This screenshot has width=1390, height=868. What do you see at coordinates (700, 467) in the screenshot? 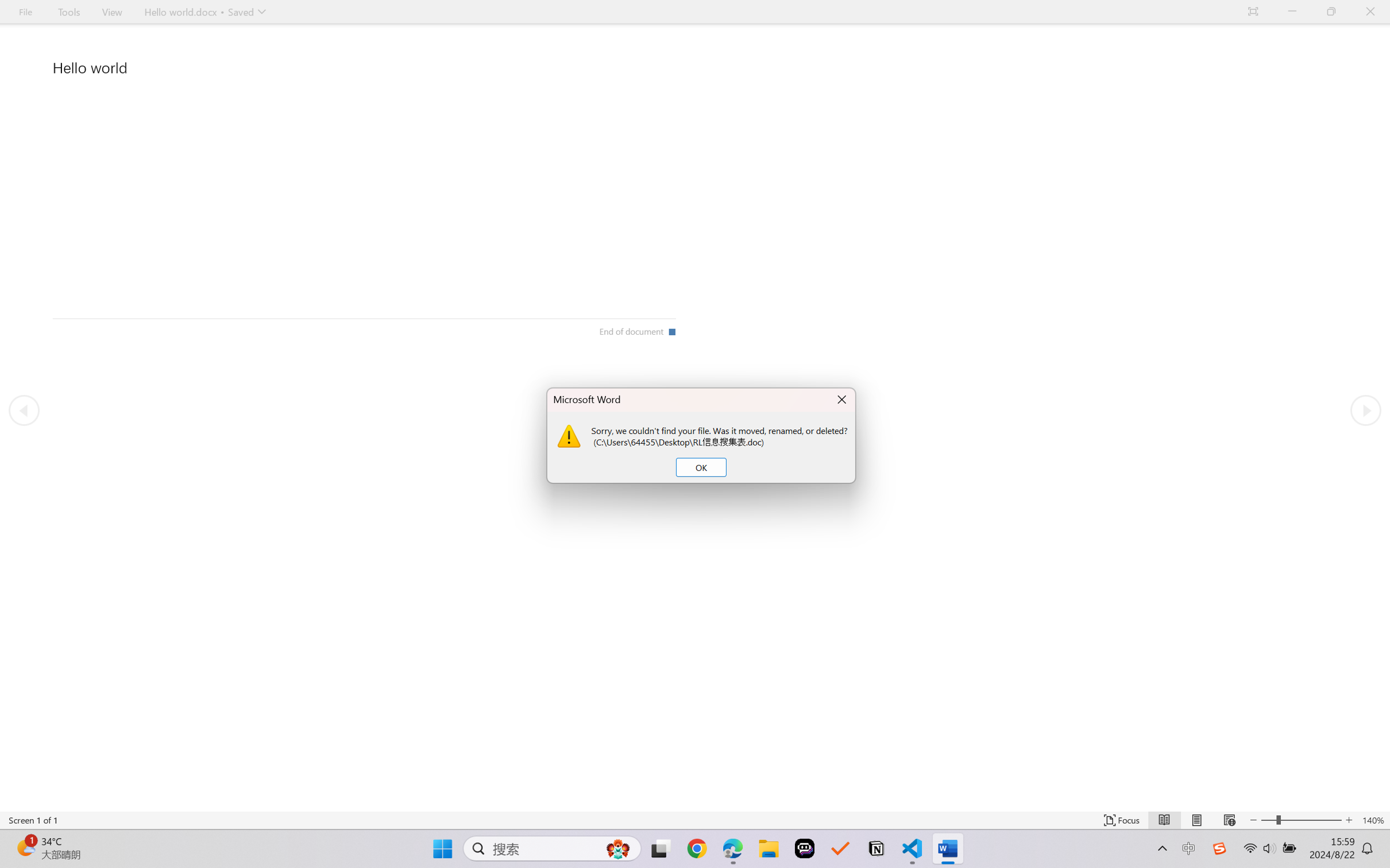
I see `'OK'` at bounding box center [700, 467].